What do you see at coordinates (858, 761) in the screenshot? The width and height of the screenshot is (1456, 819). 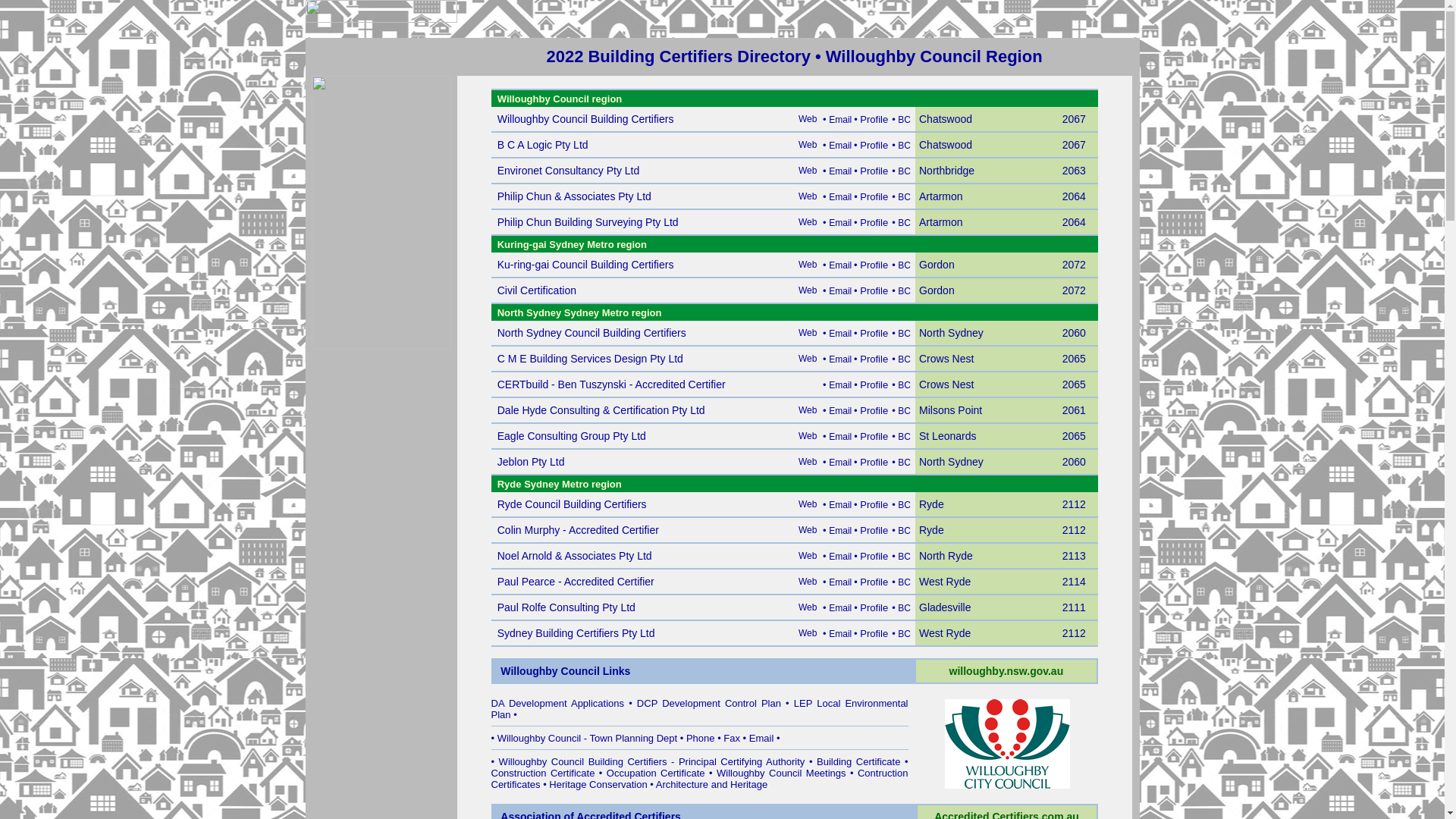 I see `'Building Certificate'` at bounding box center [858, 761].